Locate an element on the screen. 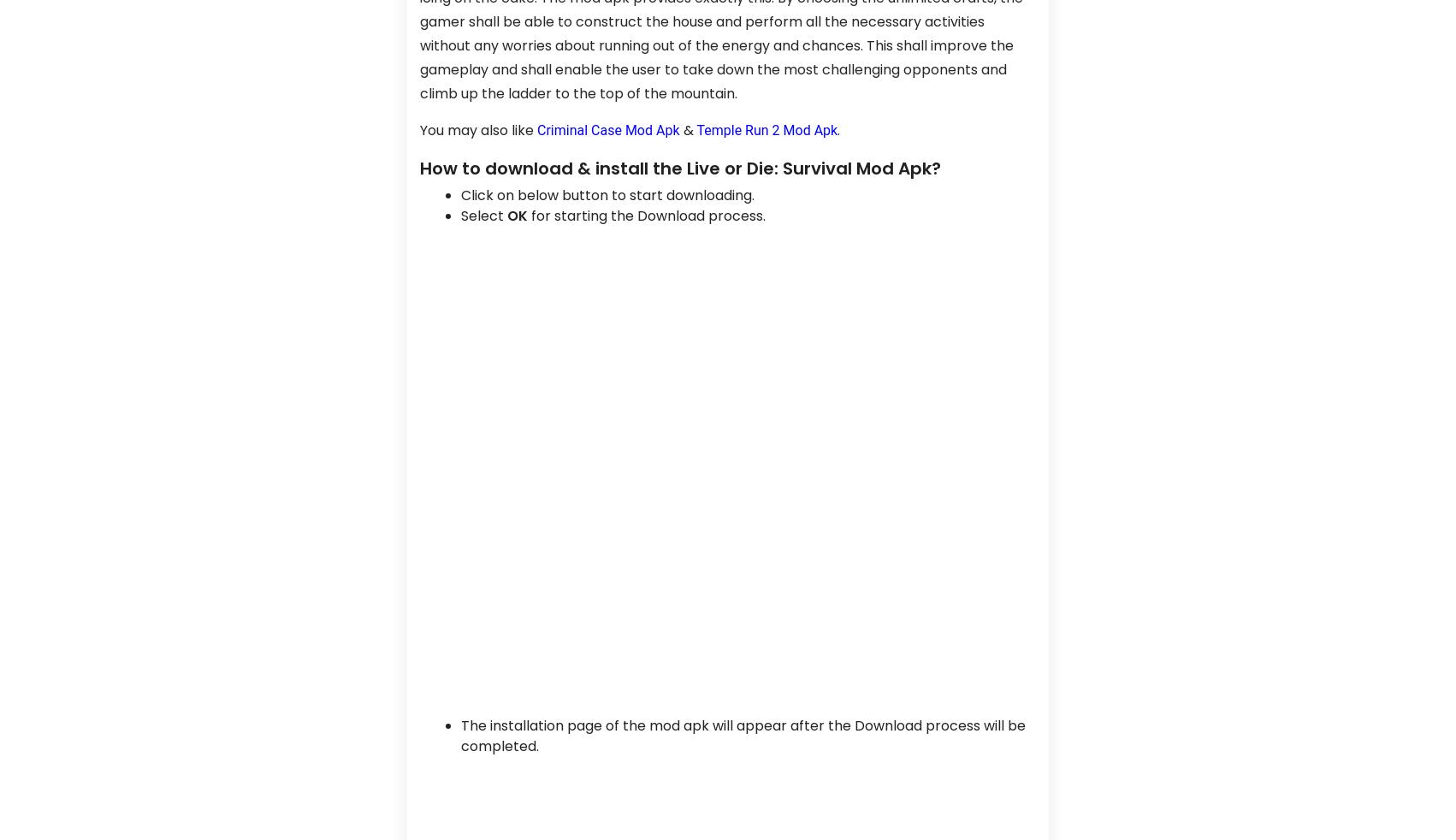 This screenshot has width=1456, height=840. '.' is located at coordinates (838, 128).